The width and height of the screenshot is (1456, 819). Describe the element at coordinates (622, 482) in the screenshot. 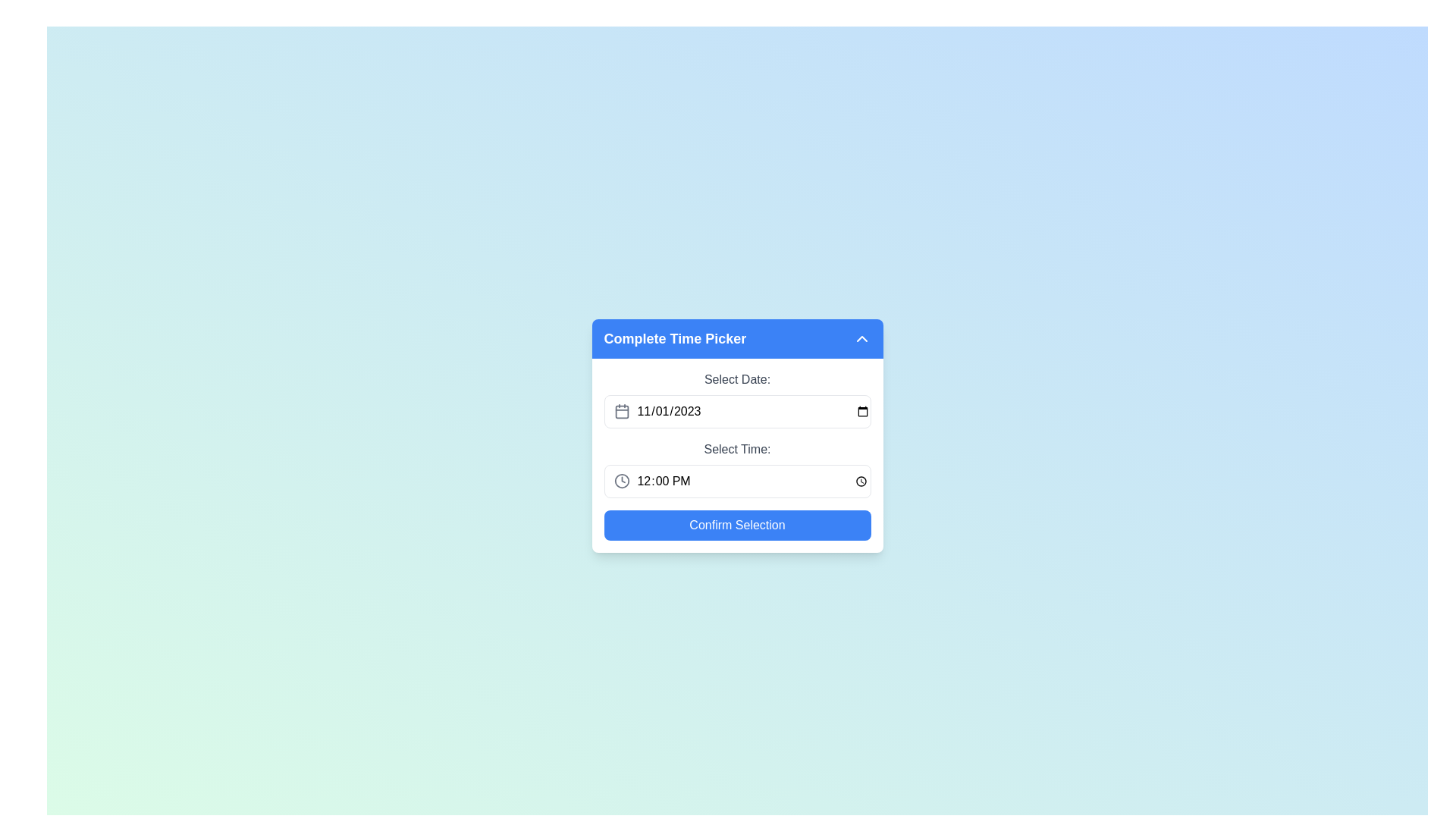

I see `the outer circular outline of the clock icon in the 'Select Time' dialogue box` at that location.